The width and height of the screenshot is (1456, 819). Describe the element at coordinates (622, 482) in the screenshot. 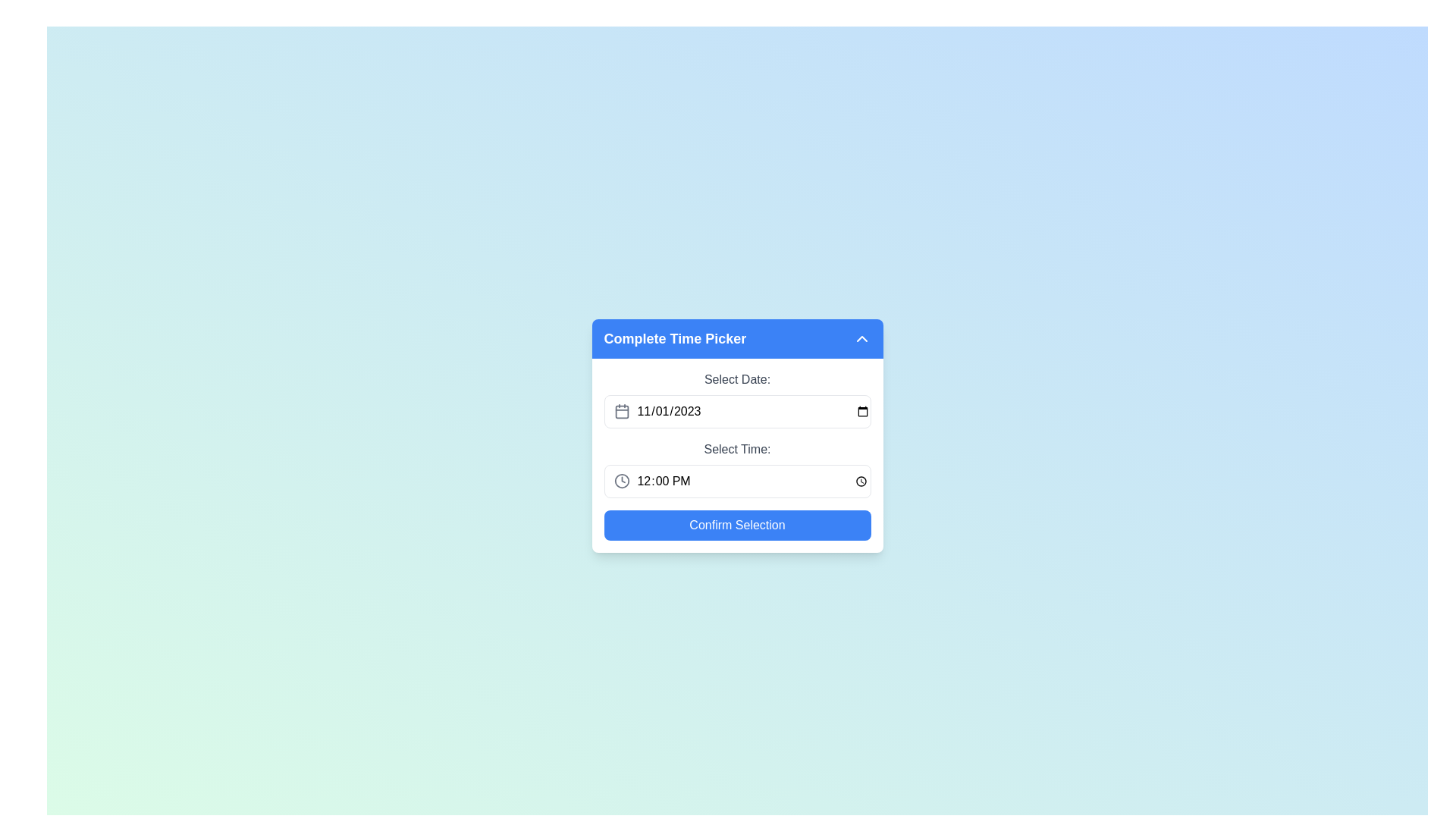

I see `the outer circular outline of the clock icon in the 'Select Time' dialogue box` at that location.